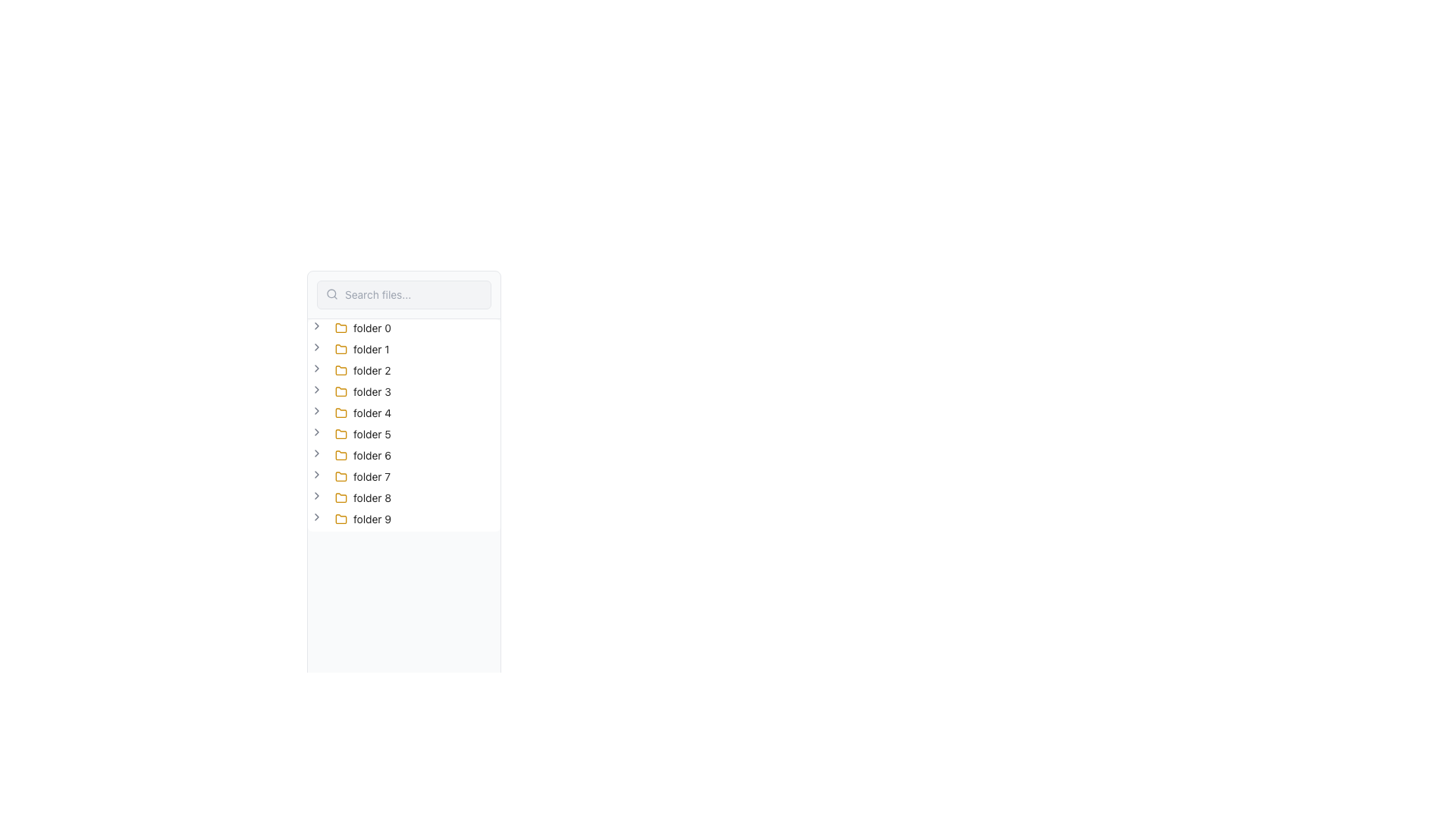 This screenshot has height=819, width=1456. Describe the element at coordinates (315, 455) in the screenshot. I see `the right-pointing chevron icon located to the left of the text label 'folder 6'` at that location.